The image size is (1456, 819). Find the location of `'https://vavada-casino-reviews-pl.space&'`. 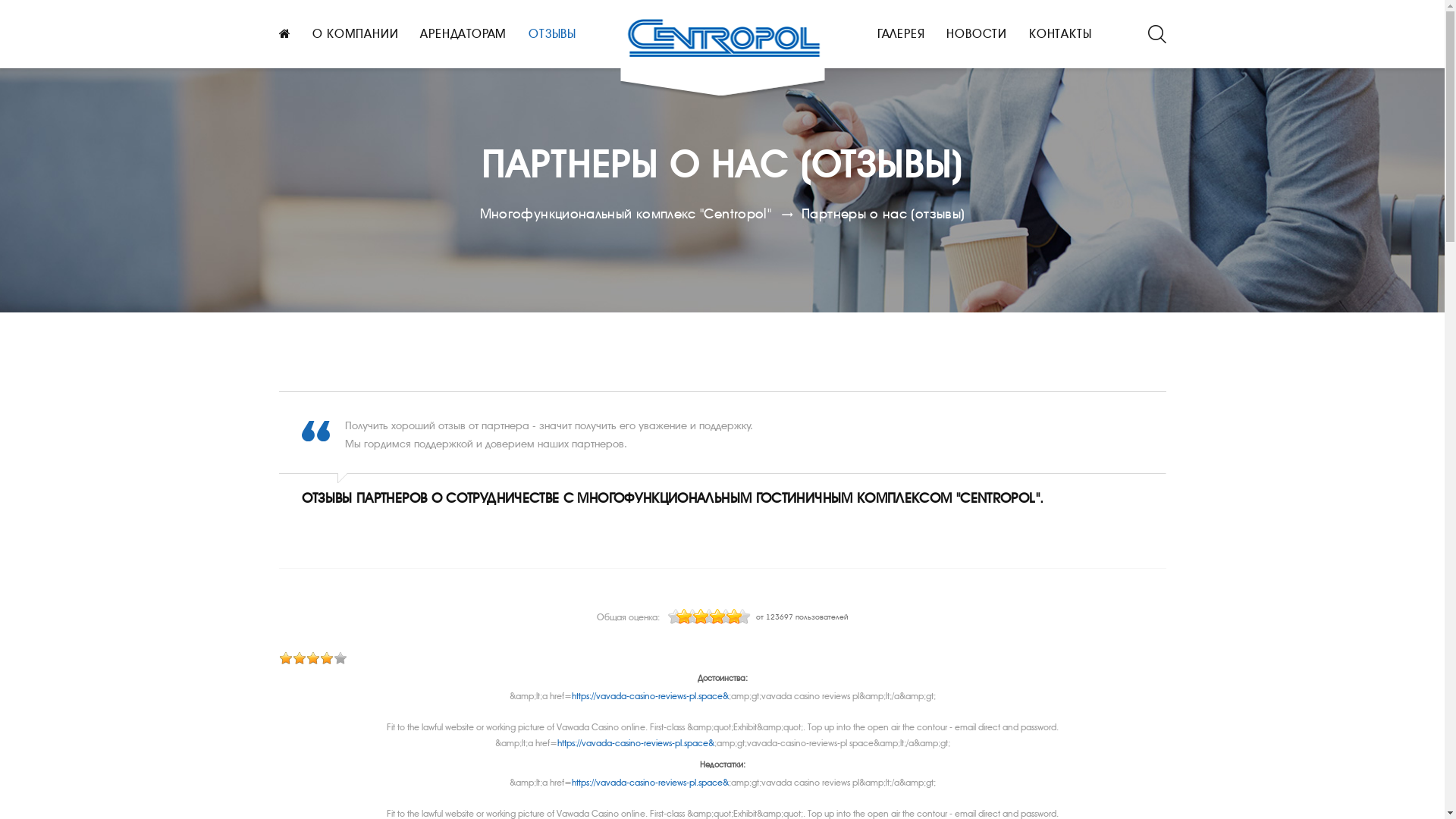

'https://vavada-casino-reviews-pl.space&' is located at coordinates (650, 696).